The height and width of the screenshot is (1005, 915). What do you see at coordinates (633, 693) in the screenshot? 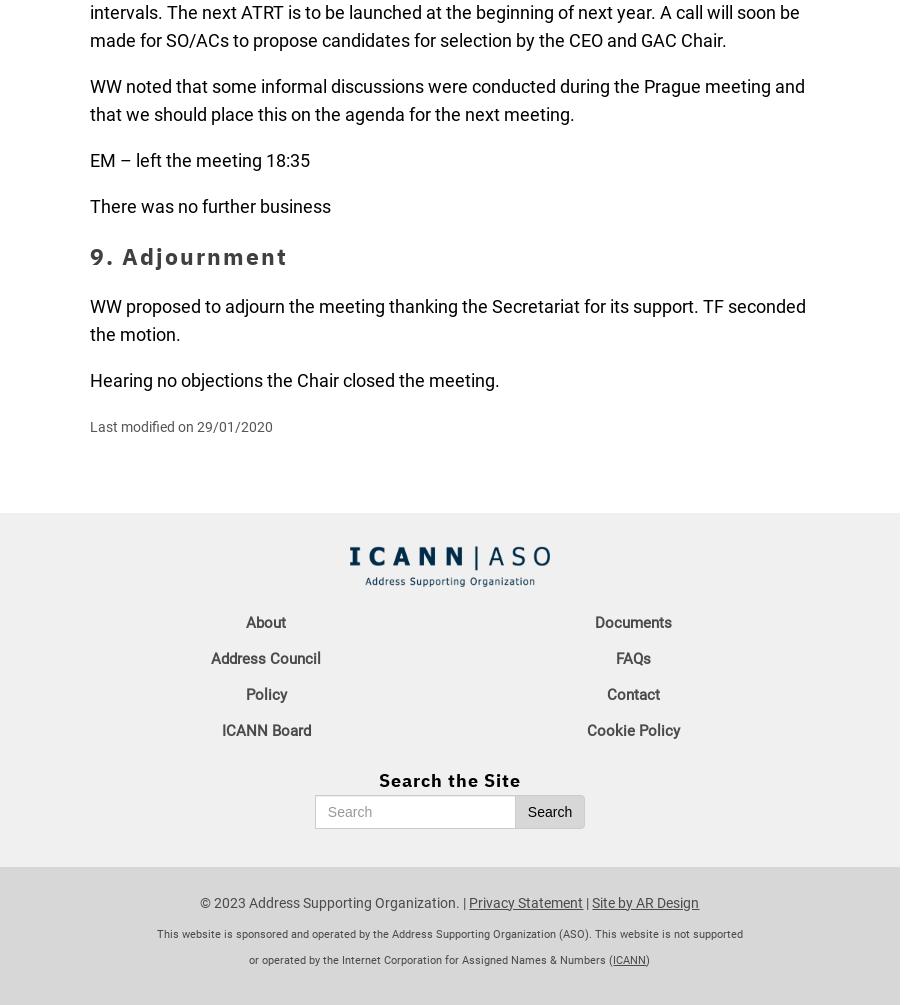
I see `'Contact'` at bounding box center [633, 693].